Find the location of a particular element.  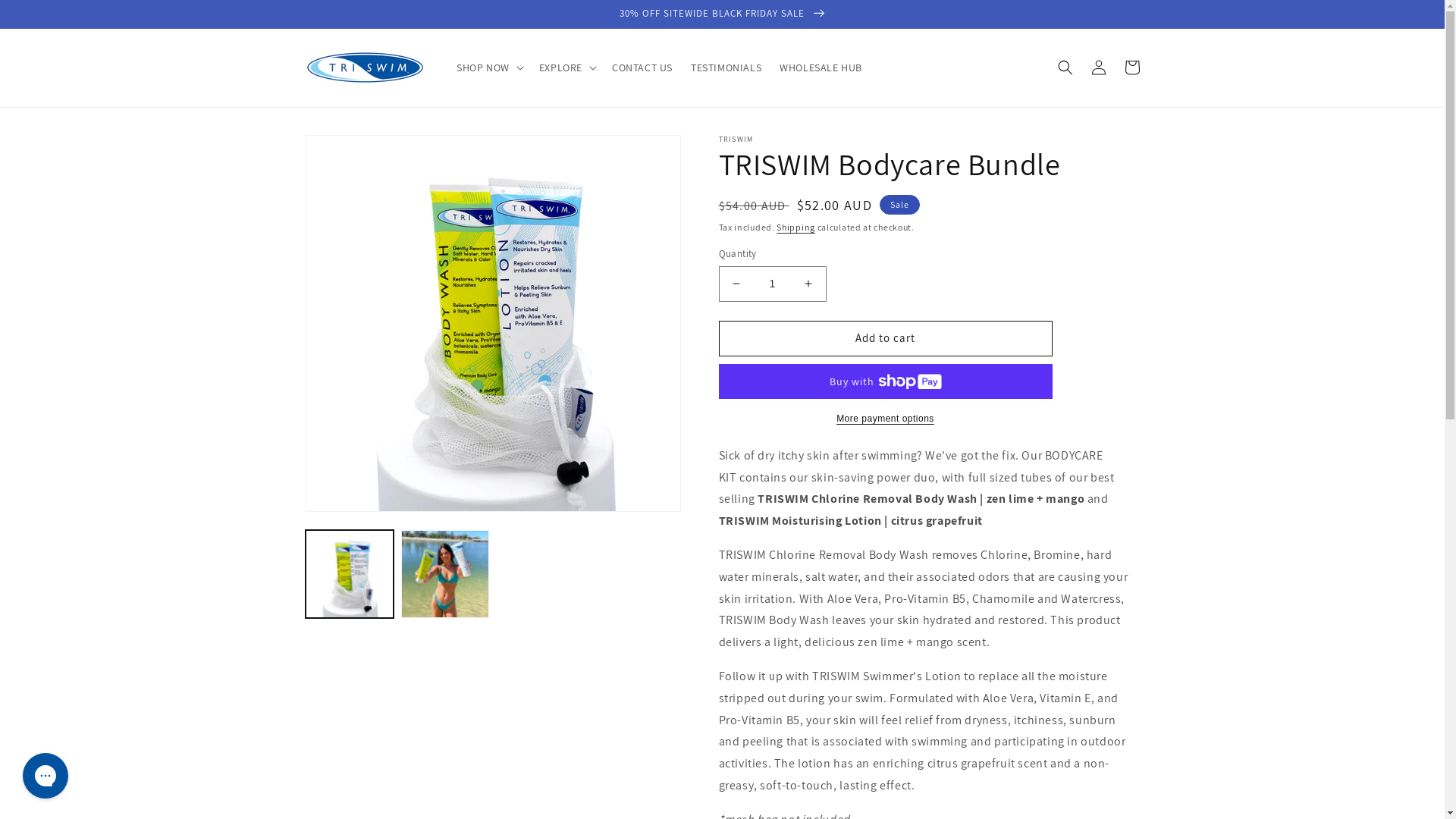

'WHOLESALE HUB' is located at coordinates (820, 66).